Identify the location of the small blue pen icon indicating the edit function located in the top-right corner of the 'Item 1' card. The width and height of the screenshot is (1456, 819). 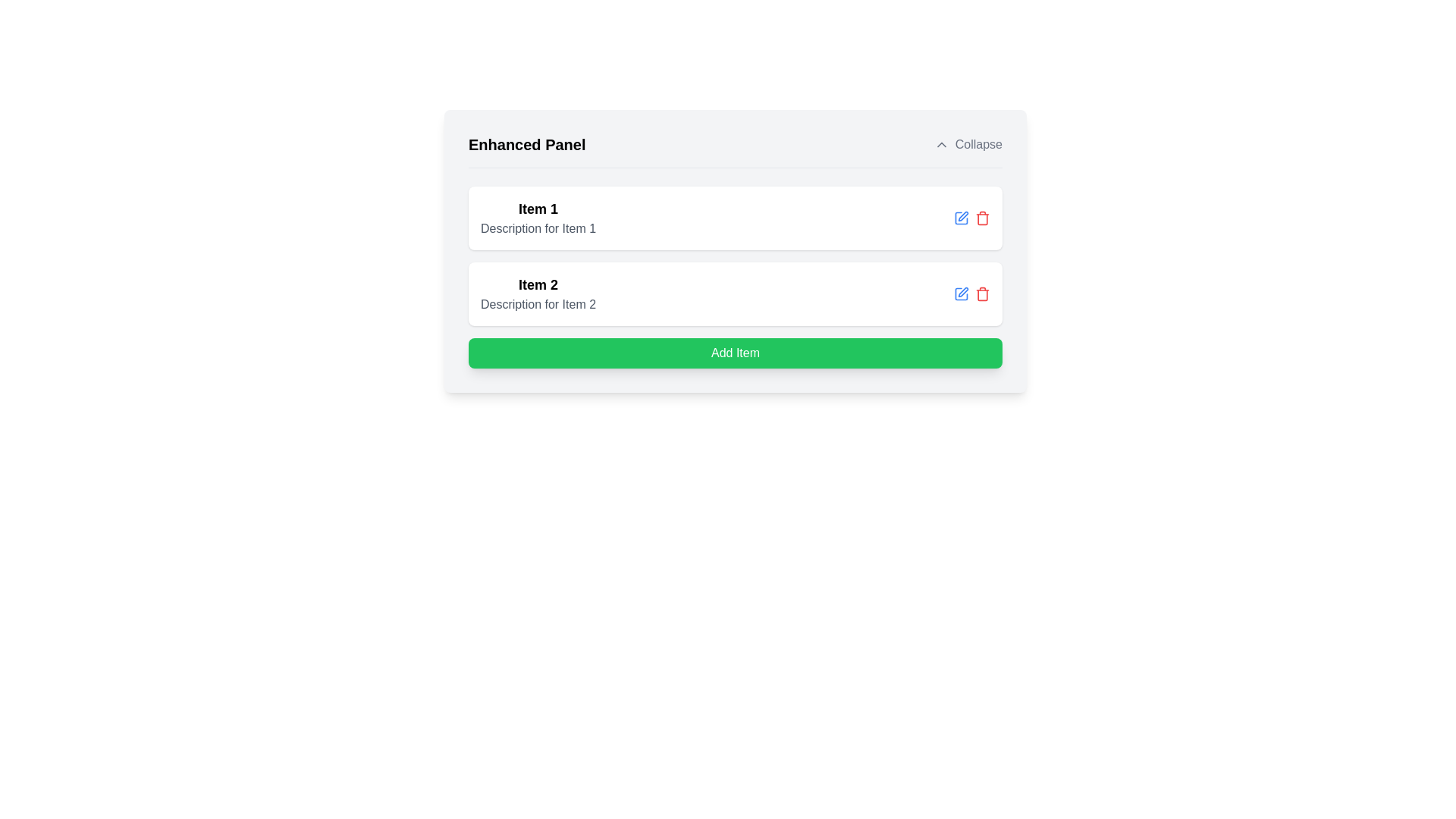
(960, 218).